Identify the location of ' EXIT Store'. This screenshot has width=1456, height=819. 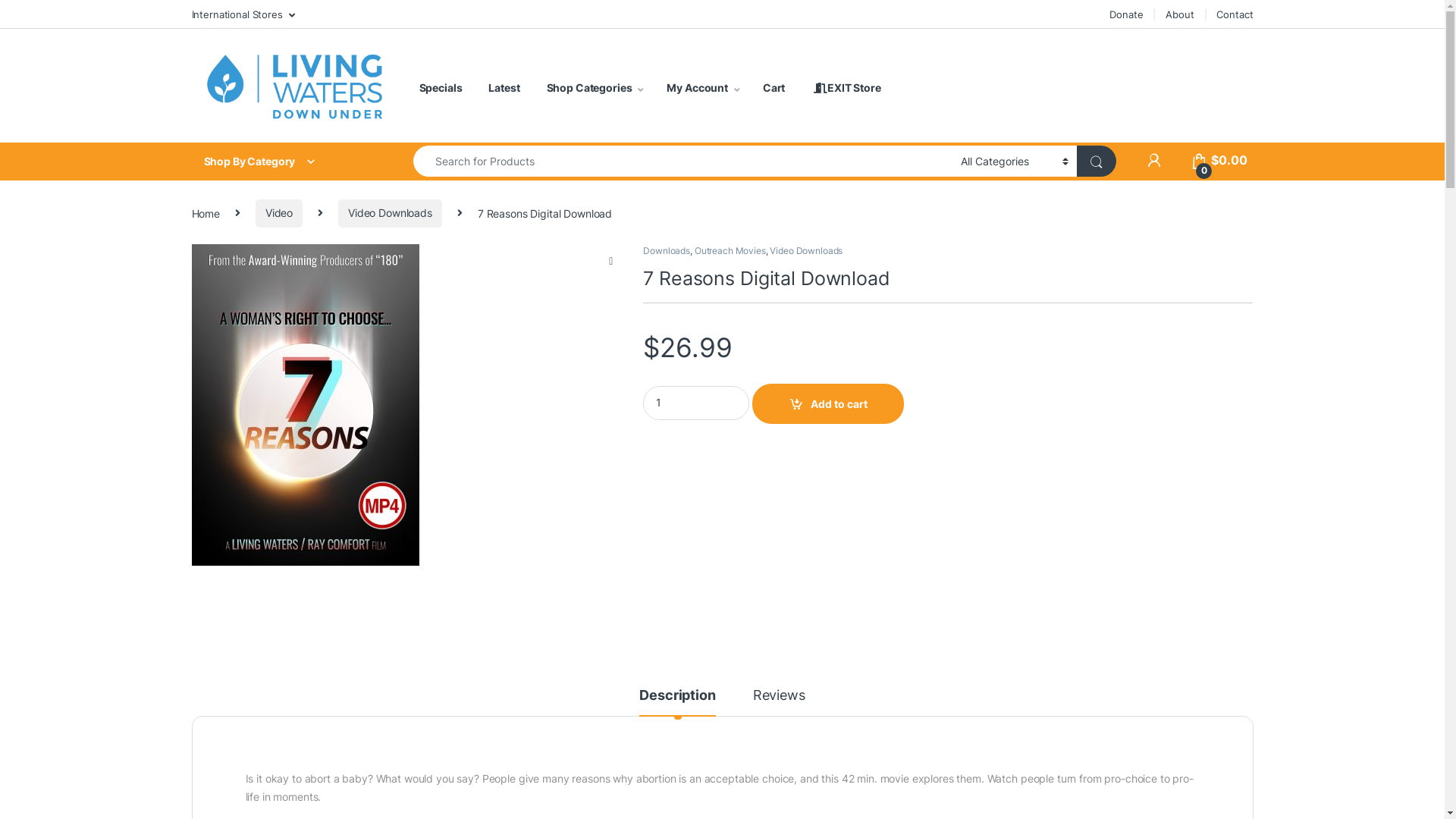
(845, 87).